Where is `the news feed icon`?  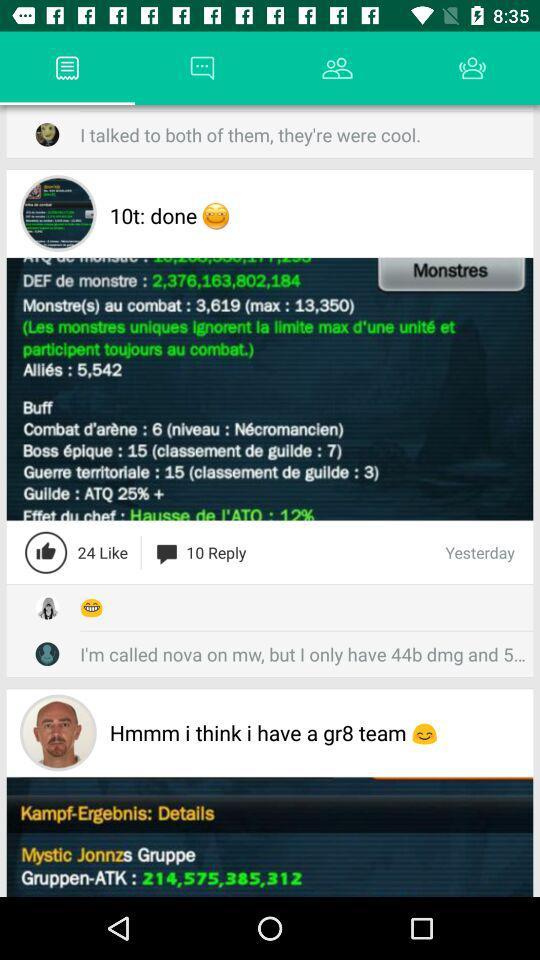 the news feed icon is located at coordinates (67, 68).